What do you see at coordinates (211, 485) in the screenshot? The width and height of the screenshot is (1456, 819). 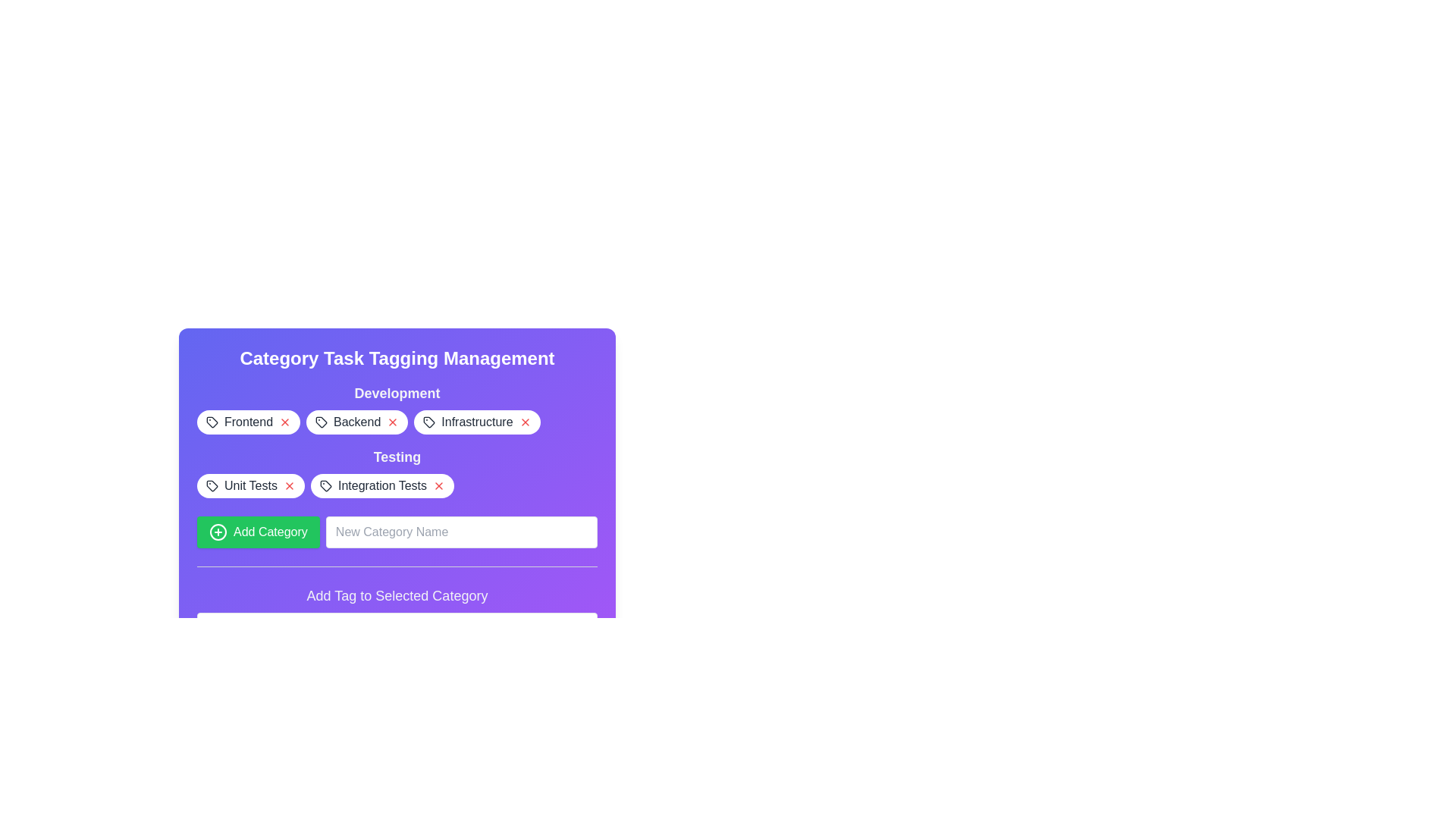 I see `the small tag-shaped icon representing the 'Unit Tests' tag, which is located under the 'Testing' section of the interface` at bounding box center [211, 485].